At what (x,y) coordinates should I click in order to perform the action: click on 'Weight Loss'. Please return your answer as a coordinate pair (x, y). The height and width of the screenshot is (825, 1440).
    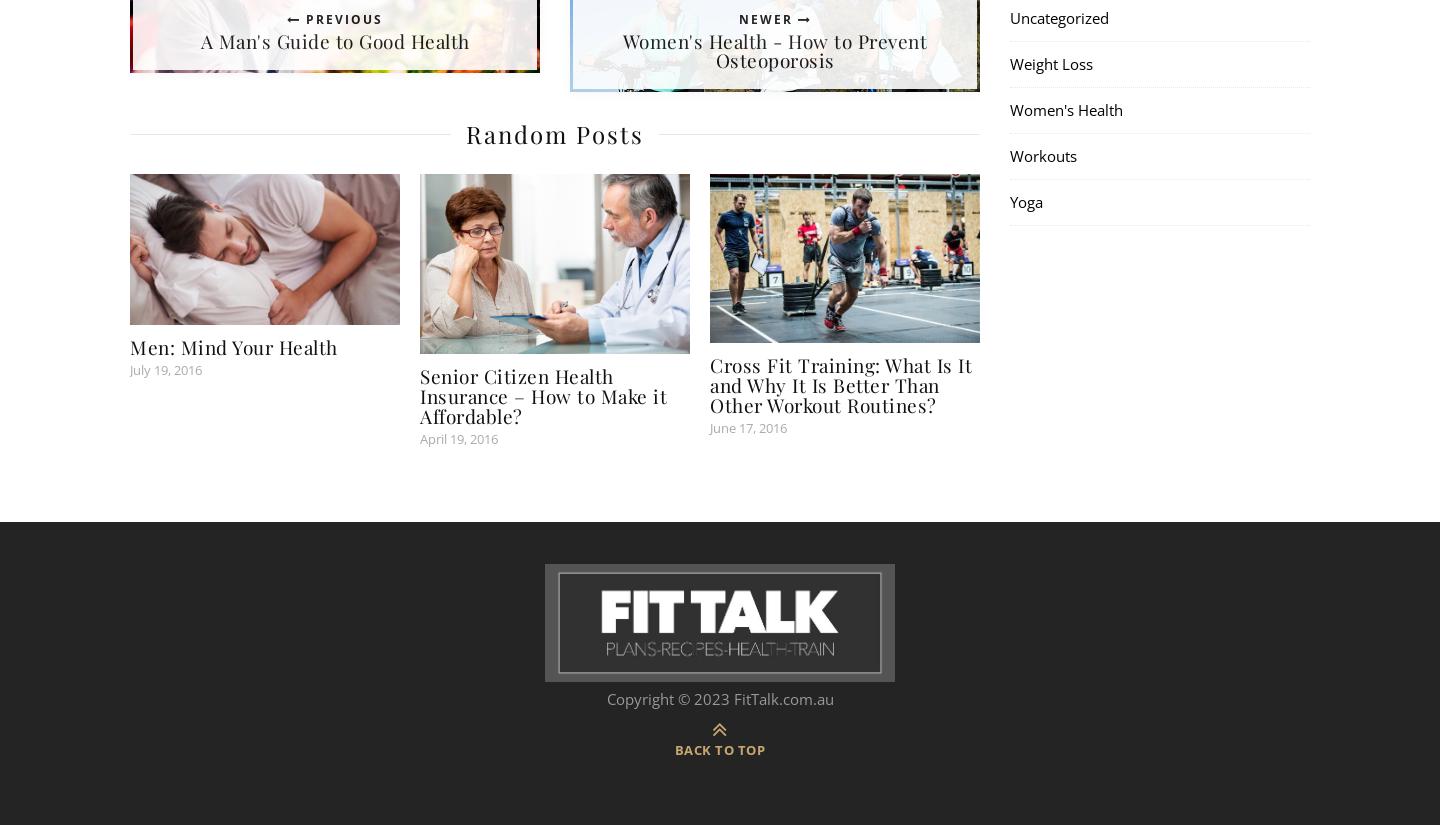
    Looking at the image, I should click on (1051, 63).